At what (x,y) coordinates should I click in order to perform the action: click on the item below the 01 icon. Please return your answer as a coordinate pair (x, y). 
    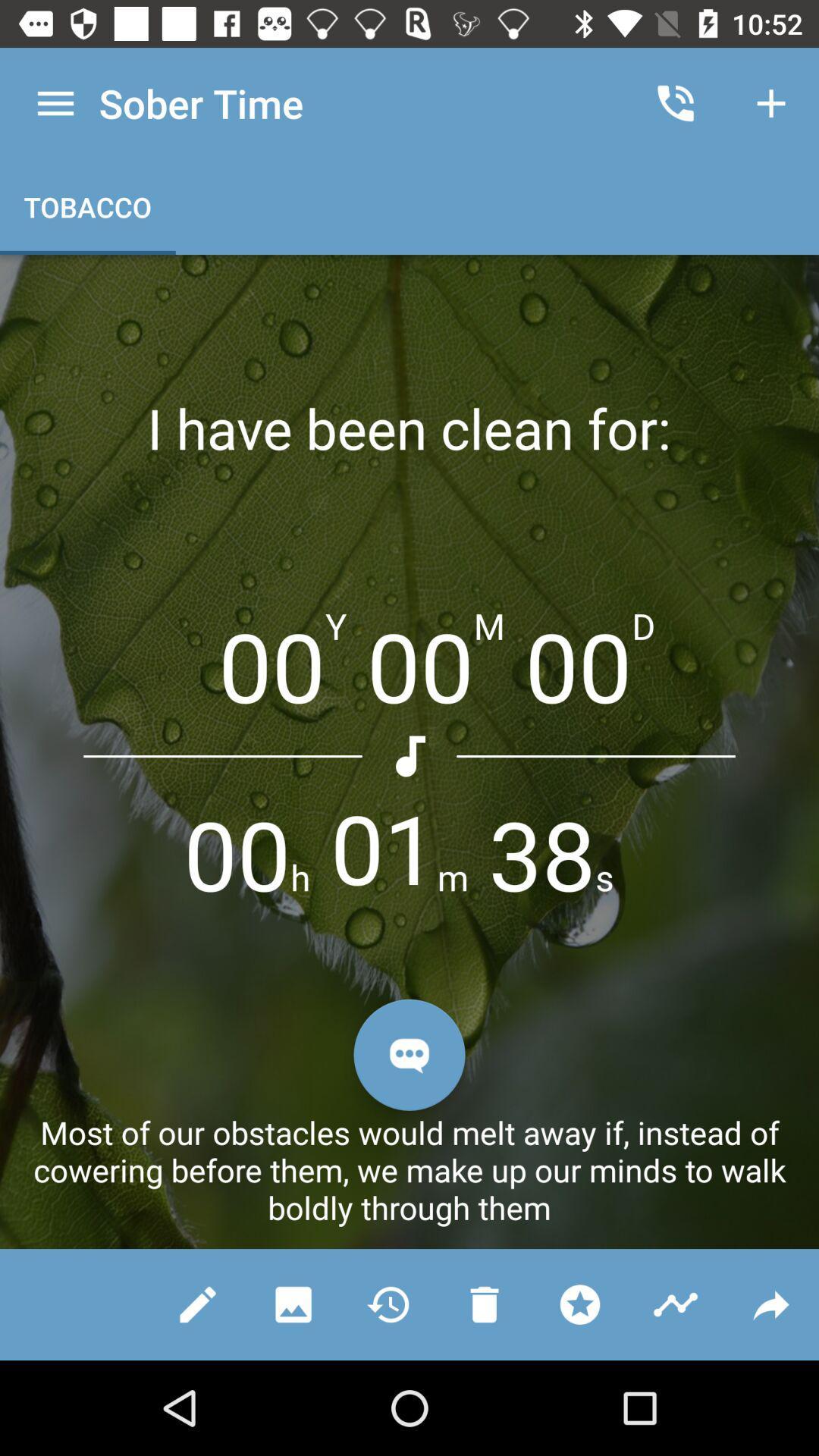
    Looking at the image, I should click on (409, 1054).